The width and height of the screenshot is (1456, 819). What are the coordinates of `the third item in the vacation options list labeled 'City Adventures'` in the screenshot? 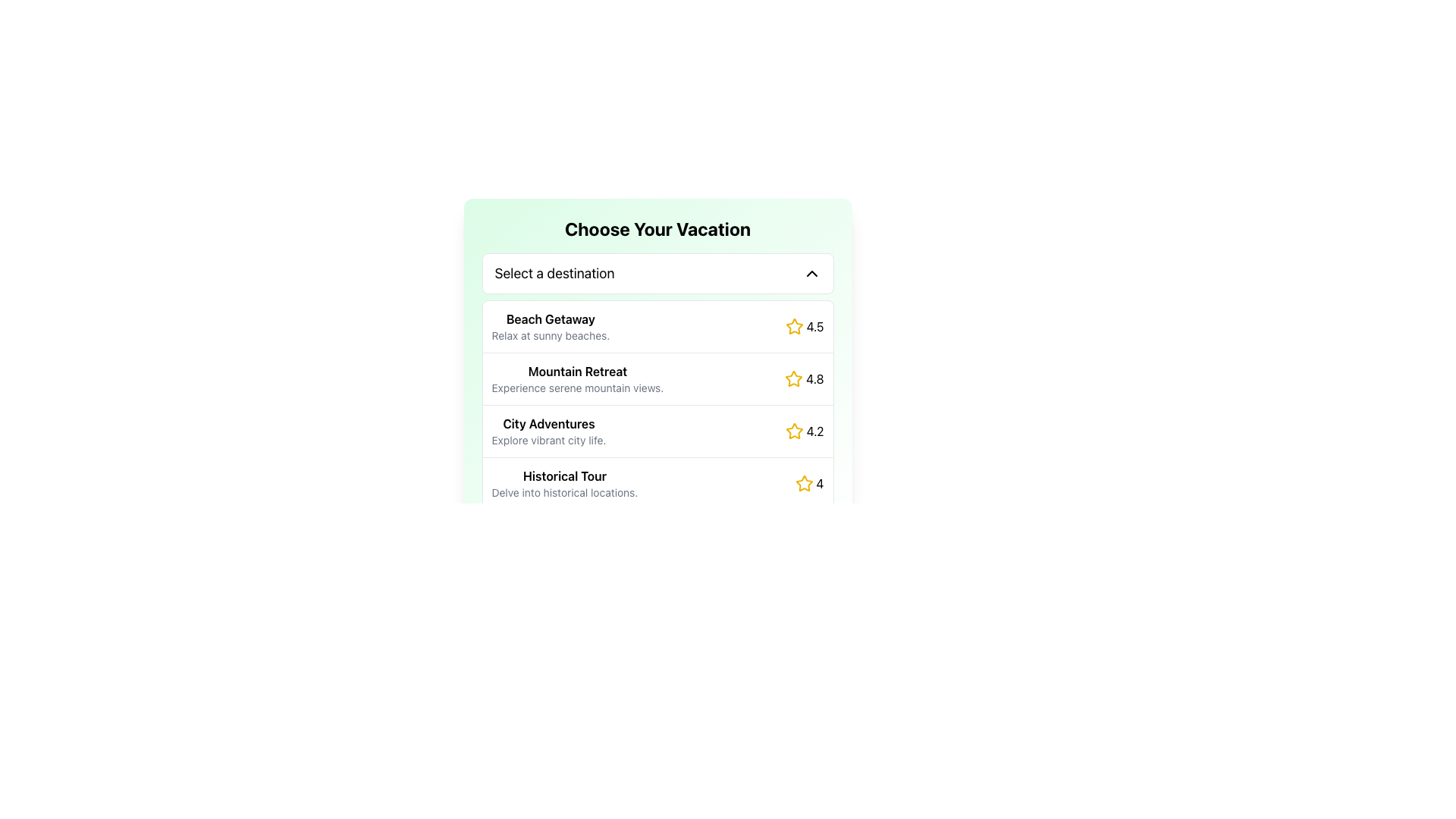 It's located at (657, 431).